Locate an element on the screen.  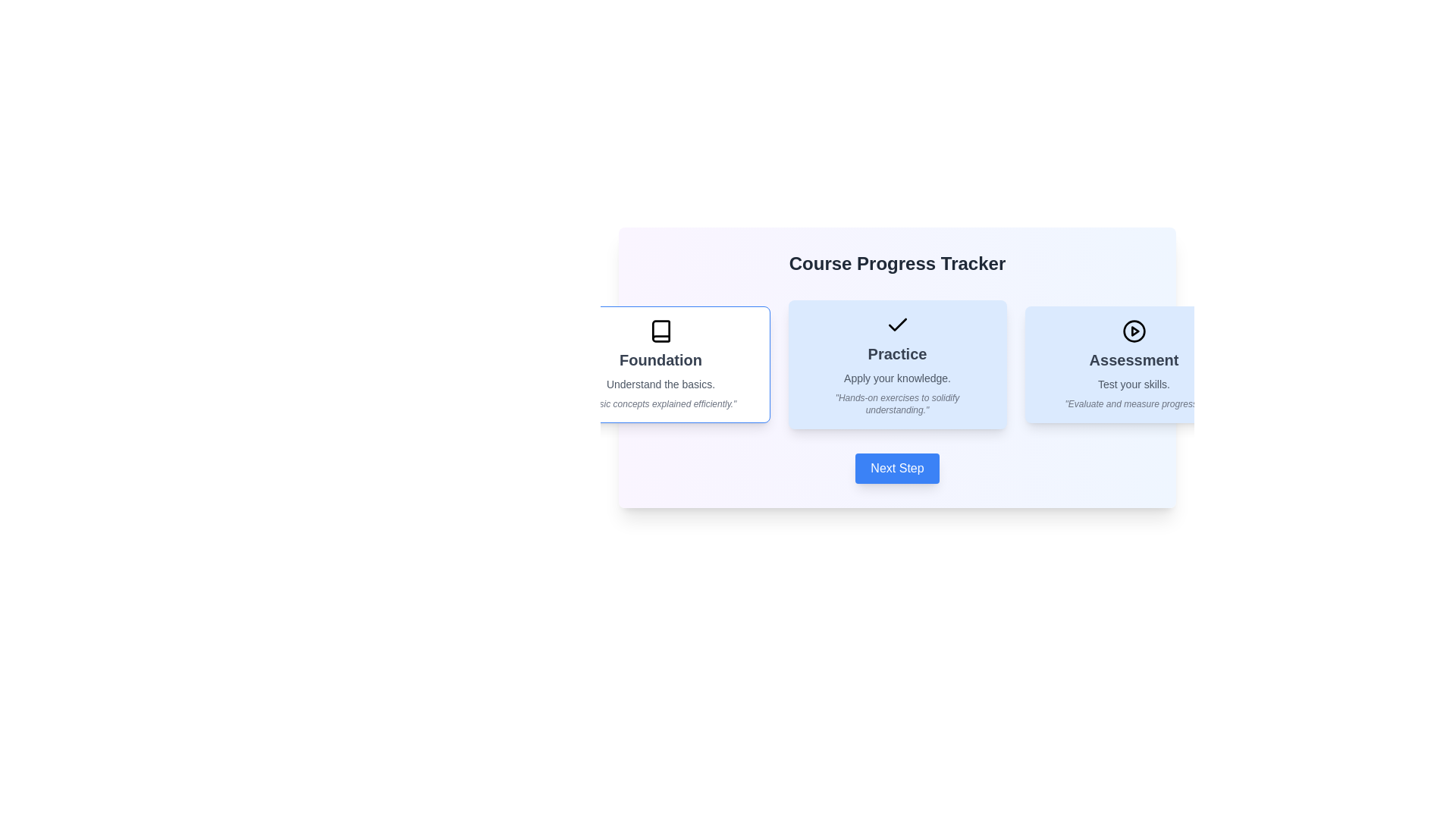
the additional commentary text located at the bottom of the 'Assessment' card, directly below the 'Test your skills.' description is located at coordinates (1134, 403).